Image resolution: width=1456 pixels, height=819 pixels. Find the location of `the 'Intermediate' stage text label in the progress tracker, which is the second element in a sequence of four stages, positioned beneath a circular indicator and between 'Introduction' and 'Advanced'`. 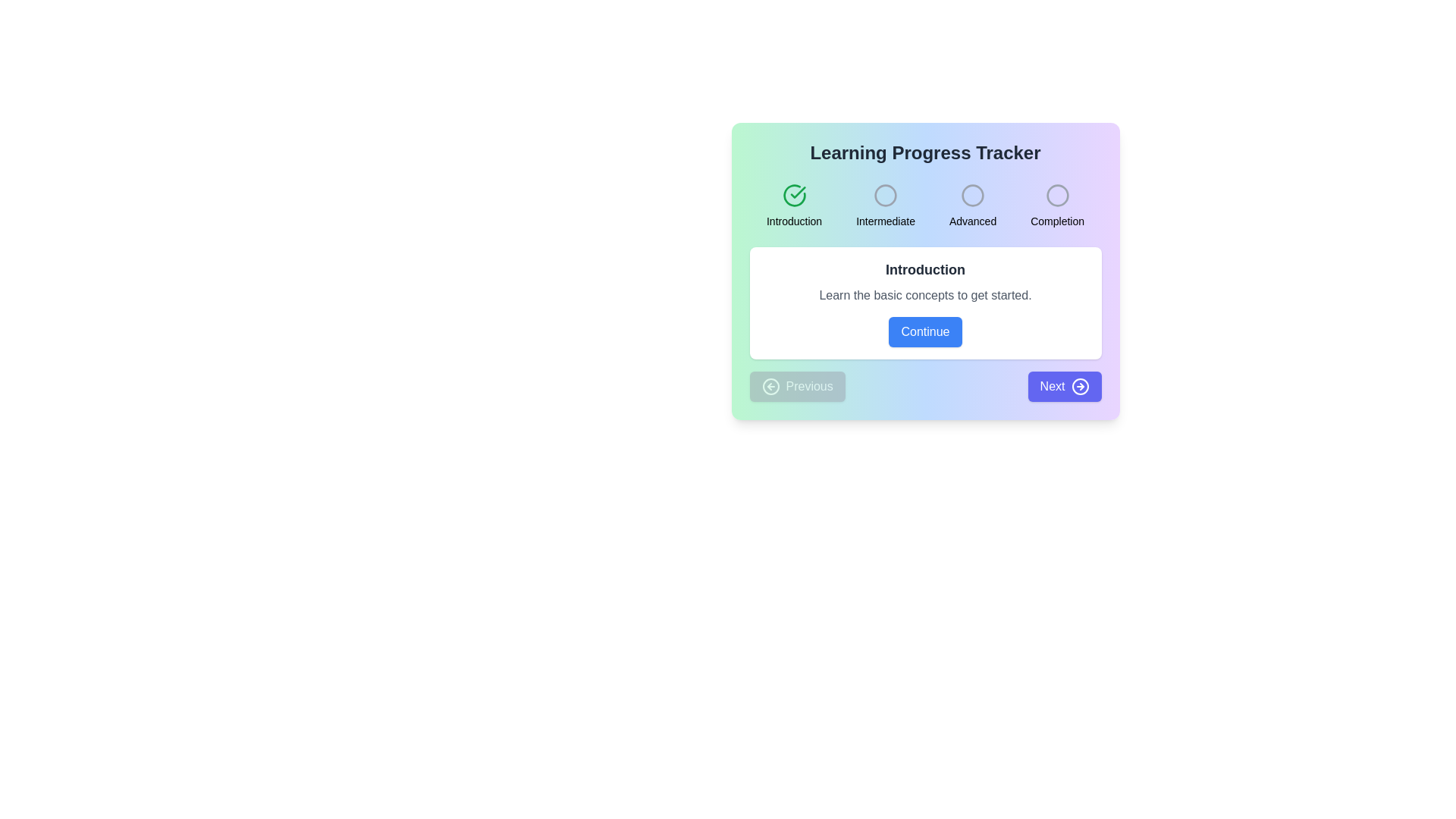

the 'Intermediate' stage text label in the progress tracker, which is the second element in a sequence of four stages, positioned beneath a circular indicator and between 'Introduction' and 'Advanced' is located at coordinates (886, 221).